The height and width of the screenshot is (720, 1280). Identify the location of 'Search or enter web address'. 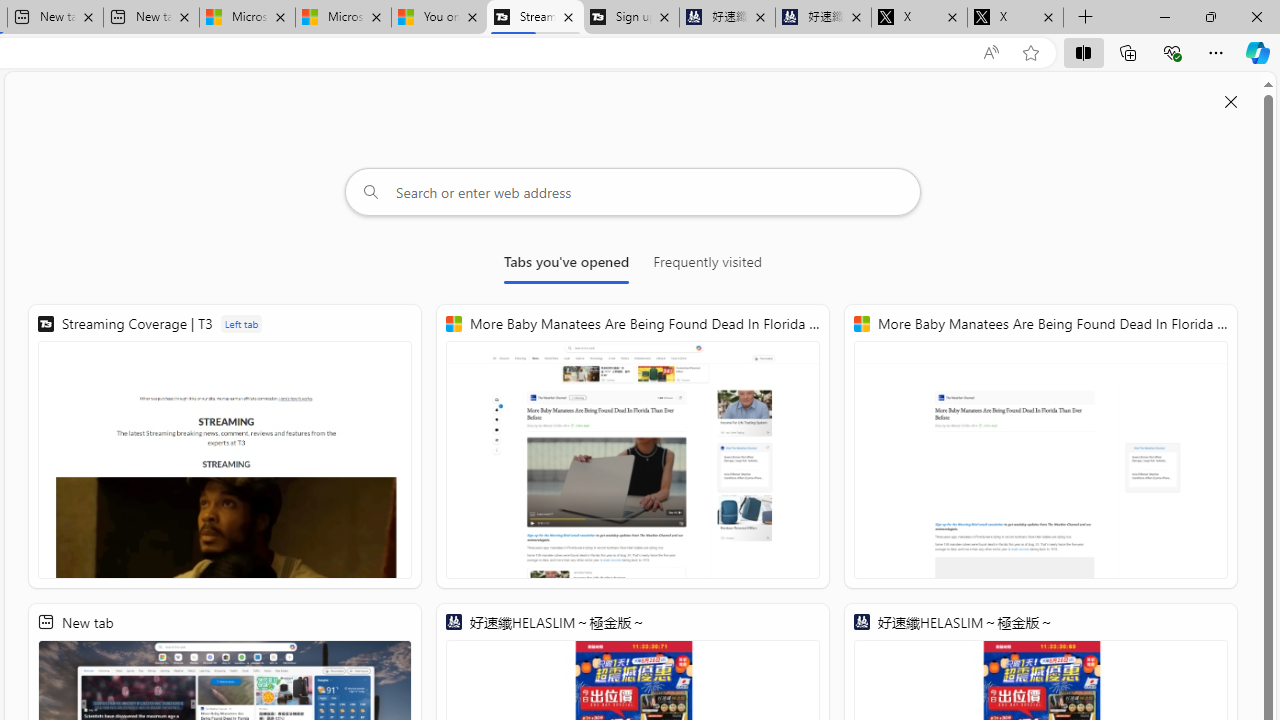
(632, 191).